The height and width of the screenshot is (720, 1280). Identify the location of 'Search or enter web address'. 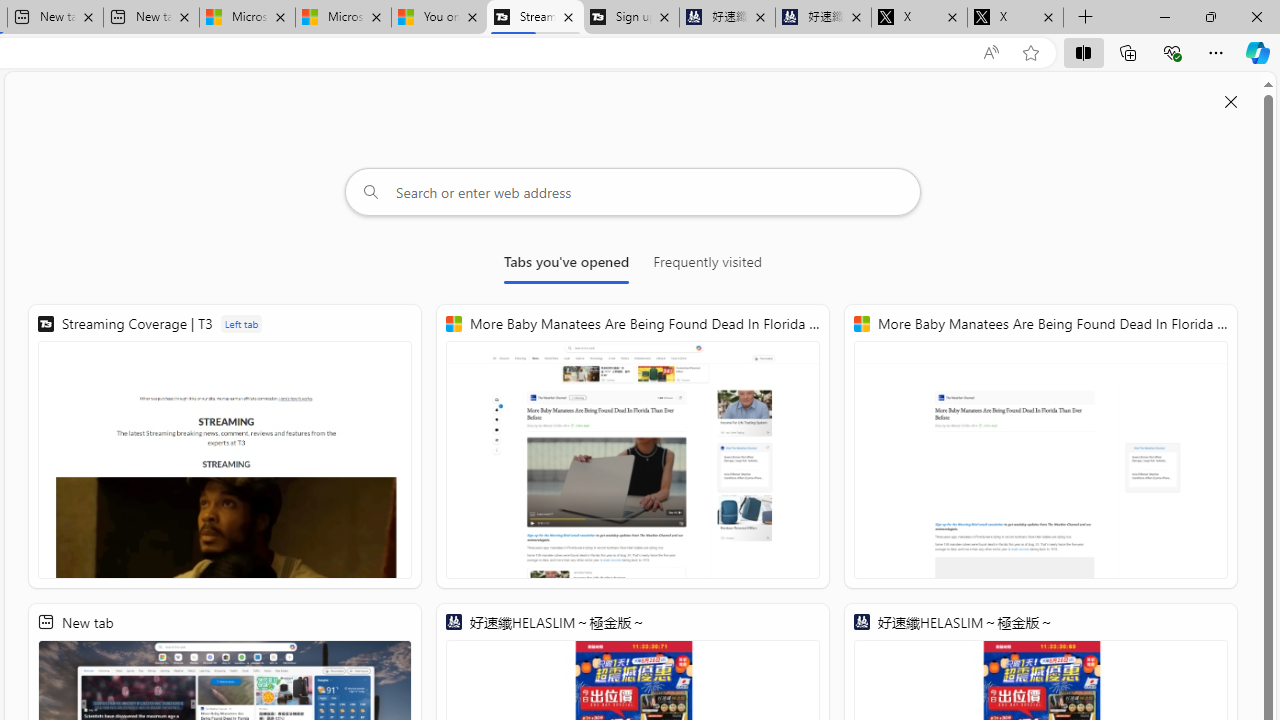
(632, 191).